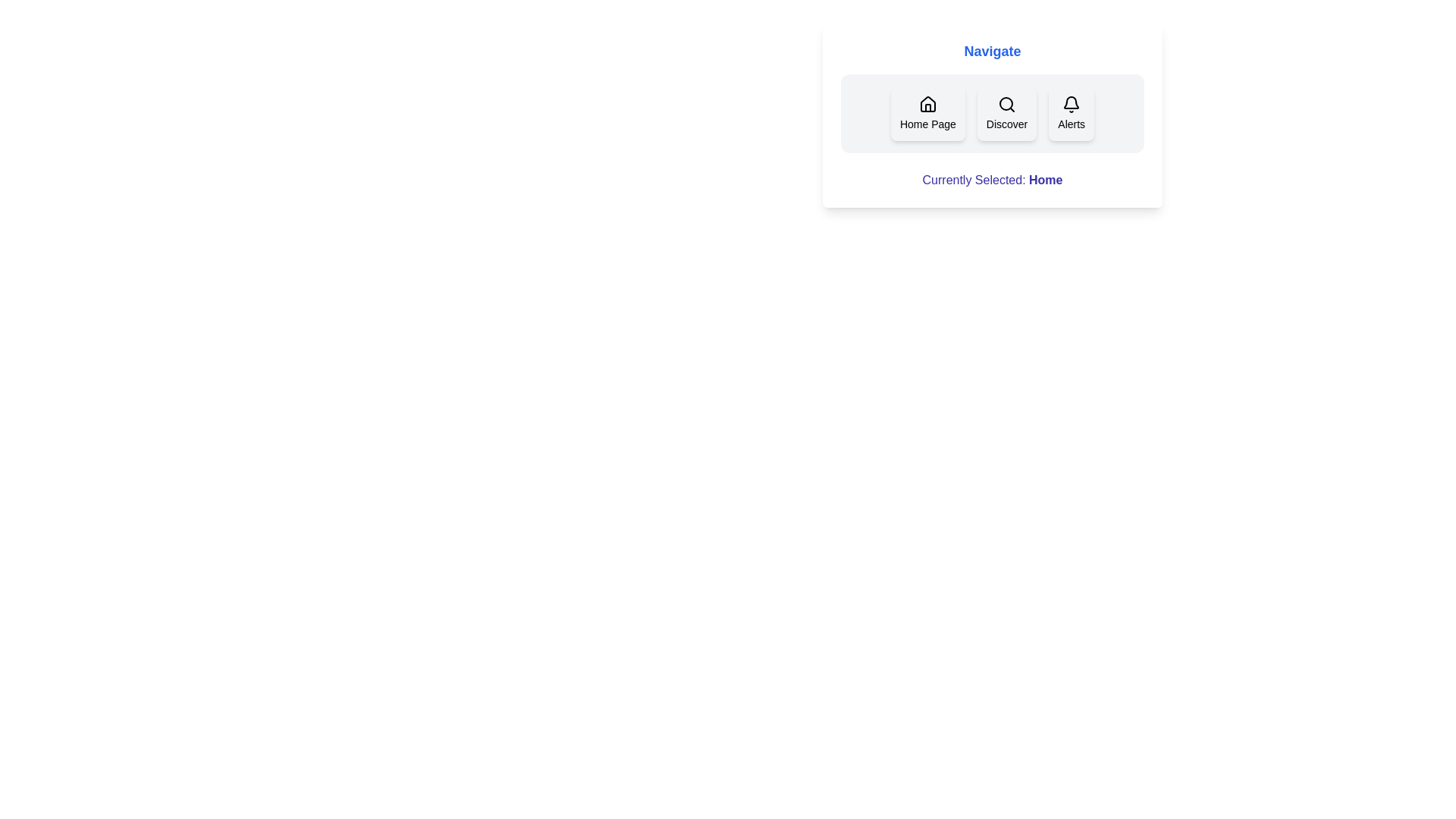 The height and width of the screenshot is (819, 1456). I want to click on text label 'Home Page' which is styled with a small font size and medium font weight, located centrally at the bottom of a button-like component in a horizontal menu row, so click(927, 124).